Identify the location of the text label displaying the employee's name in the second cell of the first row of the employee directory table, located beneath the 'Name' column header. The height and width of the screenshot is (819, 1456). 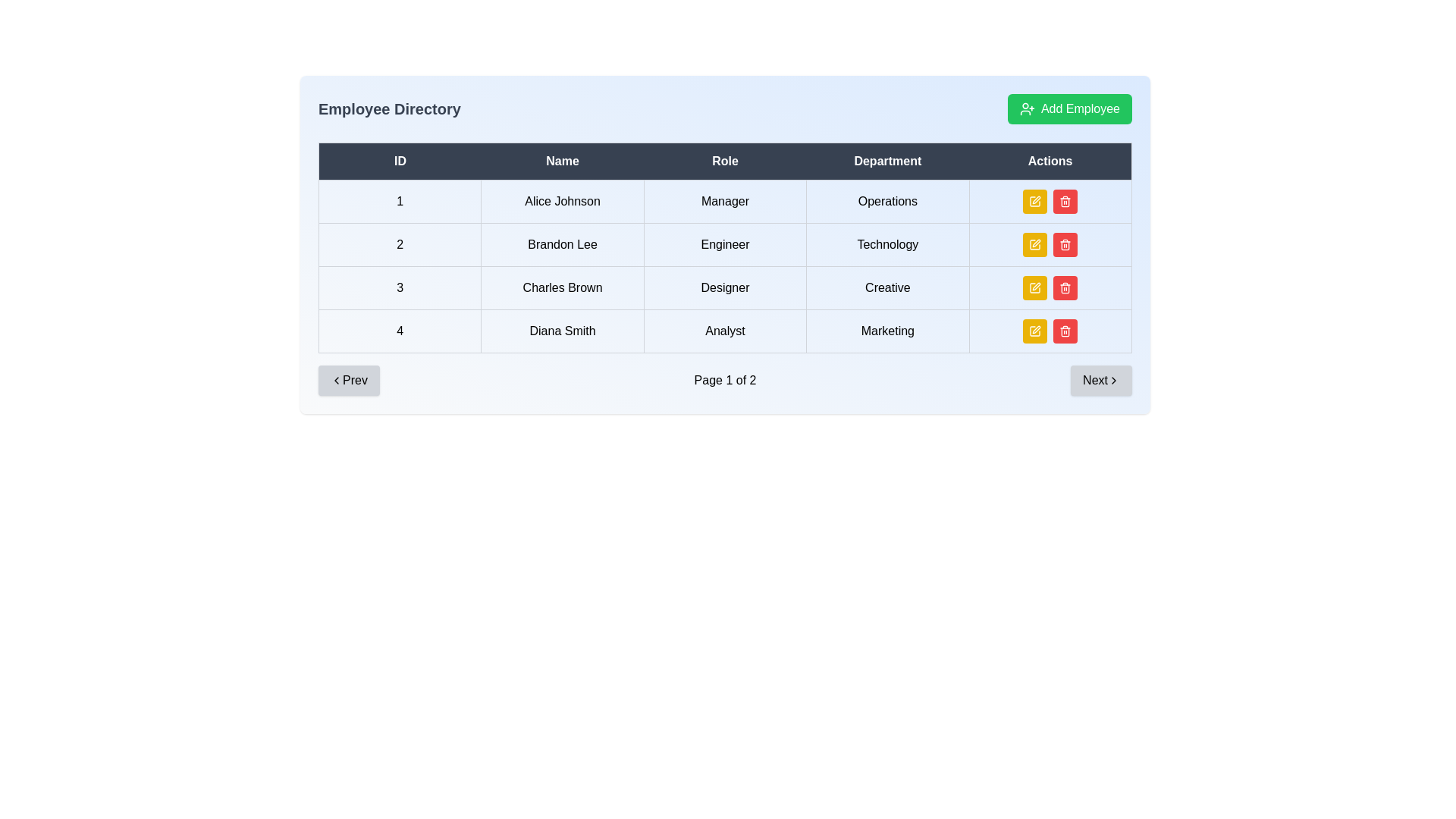
(562, 201).